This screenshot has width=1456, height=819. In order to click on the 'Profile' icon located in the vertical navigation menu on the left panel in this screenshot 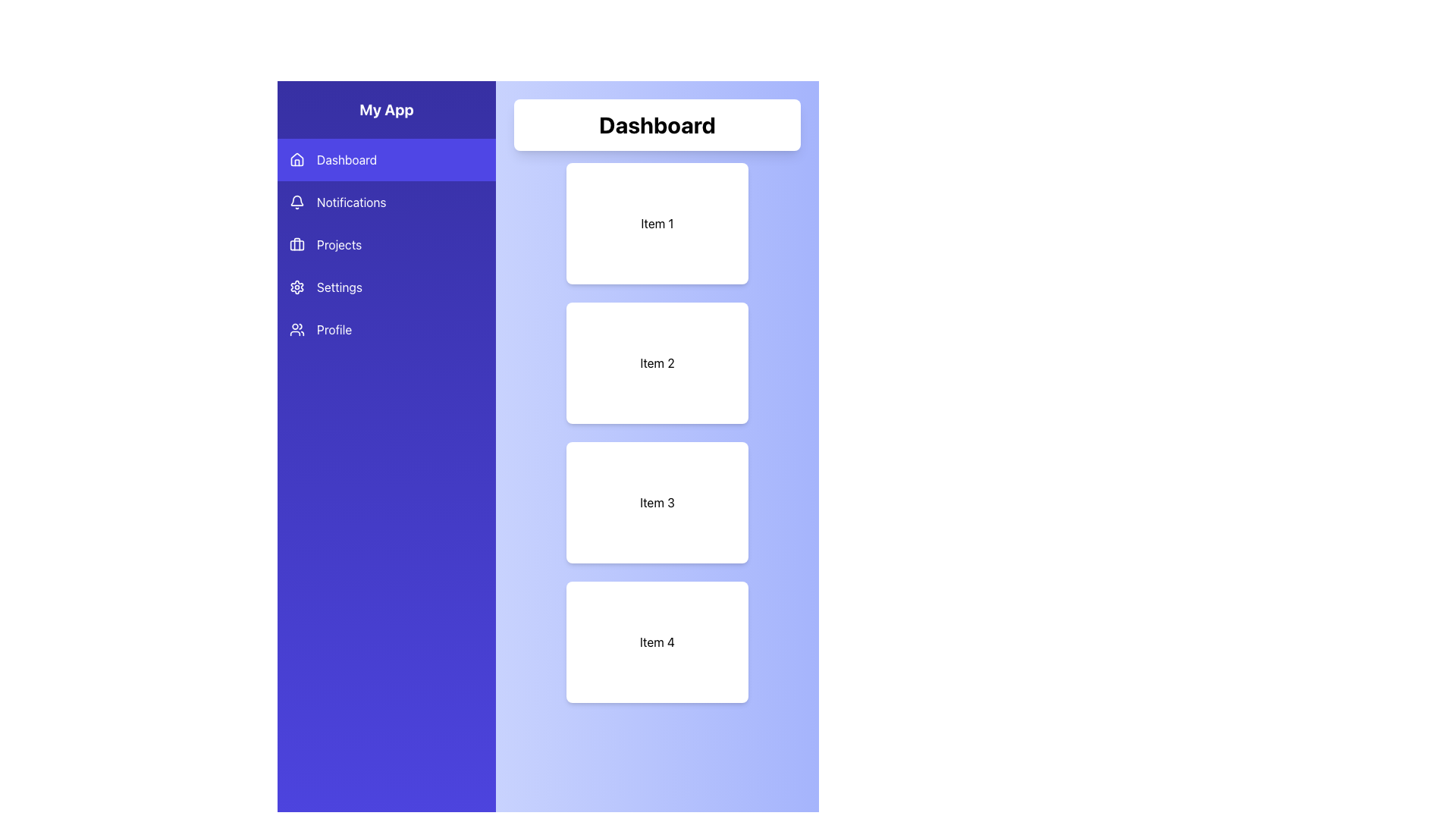, I will do `click(297, 329)`.